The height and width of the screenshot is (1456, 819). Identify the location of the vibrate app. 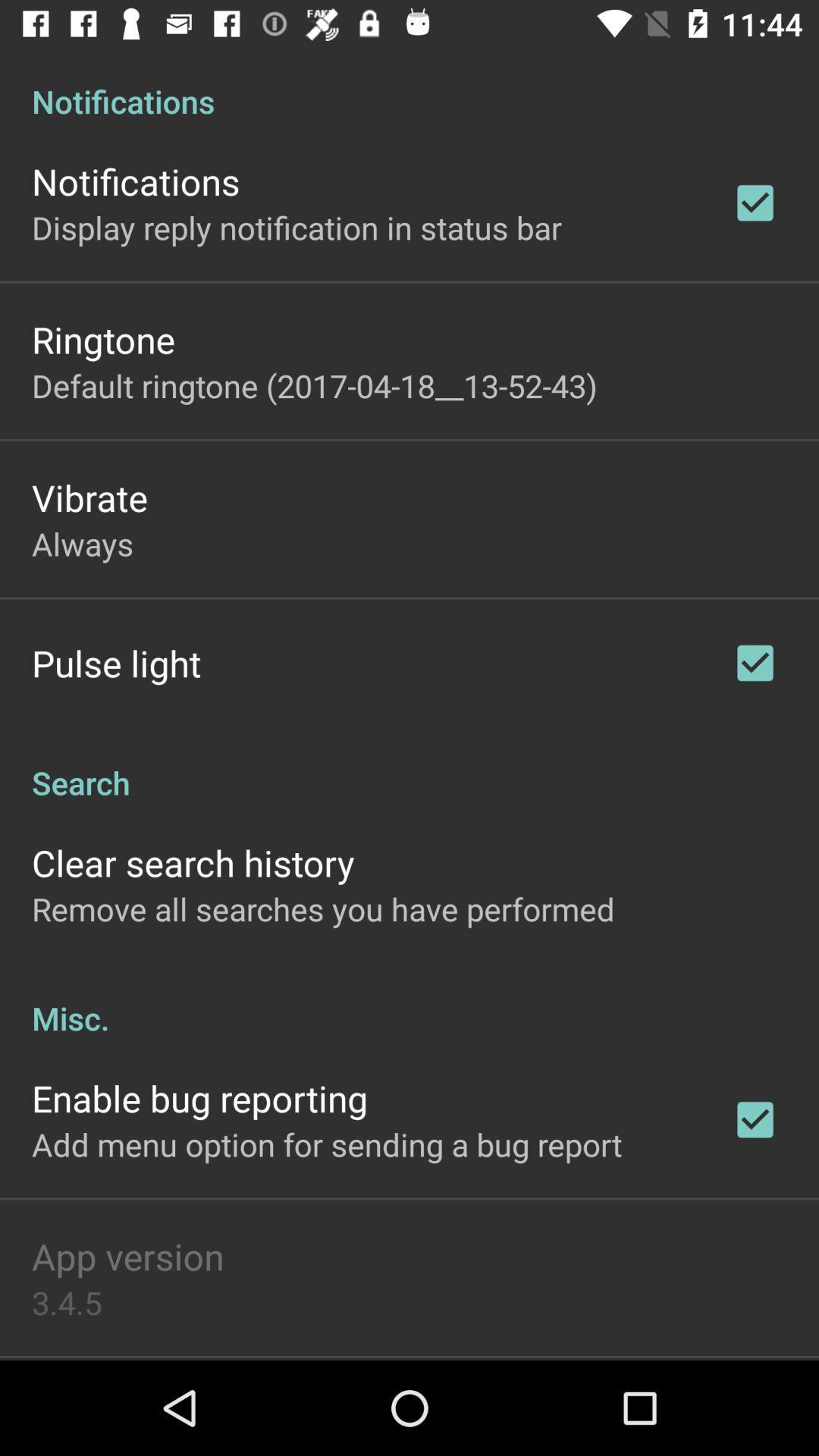
(89, 497).